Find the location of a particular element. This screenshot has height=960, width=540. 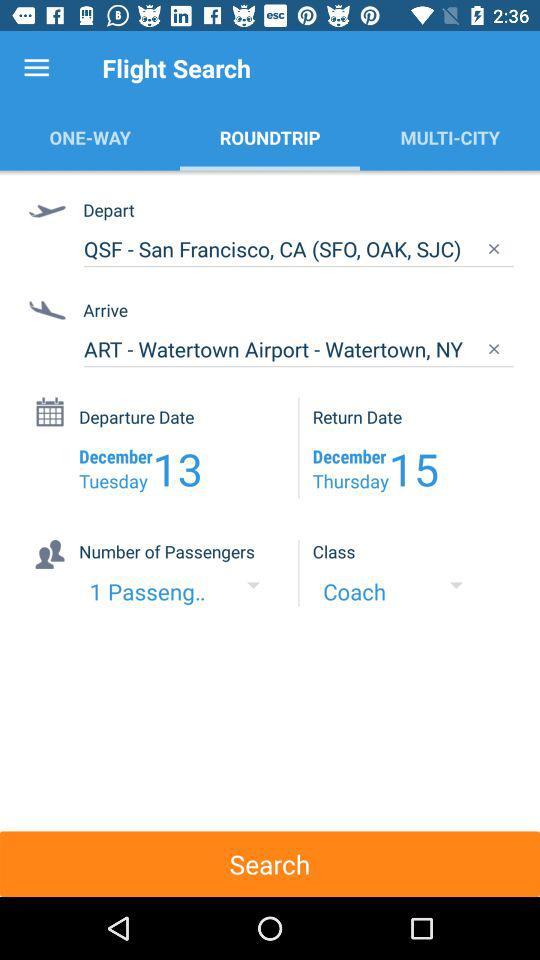

the icon beside departure date is located at coordinates (50, 418).